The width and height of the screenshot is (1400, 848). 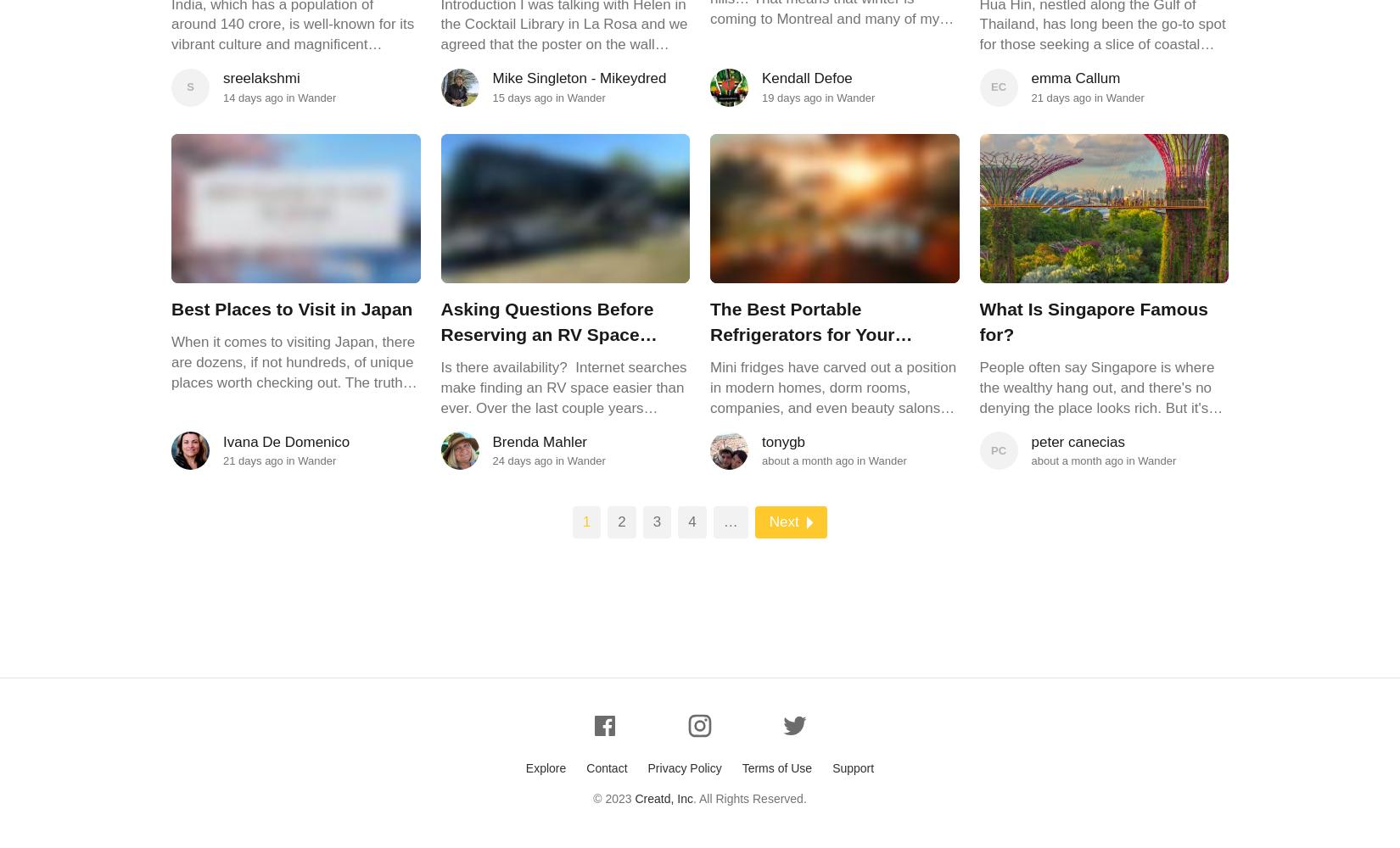 What do you see at coordinates (656, 521) in the screenshot?
I see `'3'` at bounding box center [656, 521].